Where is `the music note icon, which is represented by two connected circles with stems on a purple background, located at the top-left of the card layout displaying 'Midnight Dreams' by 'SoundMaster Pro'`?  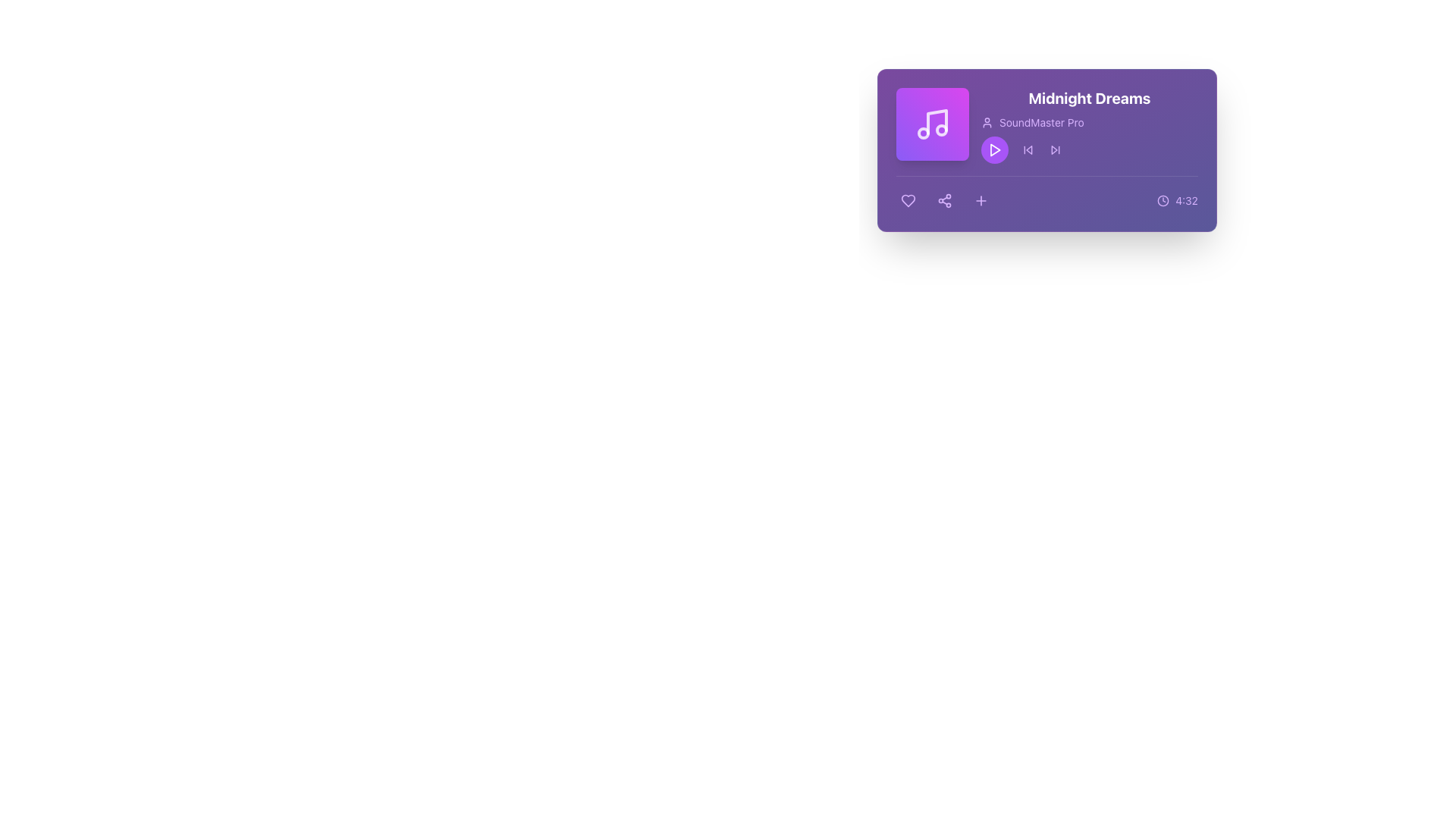 the music note icon, which is represented by two connected circles with stems on a purple background, located at the top-left of the card layout displaying 'Midnight Dreams' by 'SoundMaster Pro' is located at coordinates (931, 124).